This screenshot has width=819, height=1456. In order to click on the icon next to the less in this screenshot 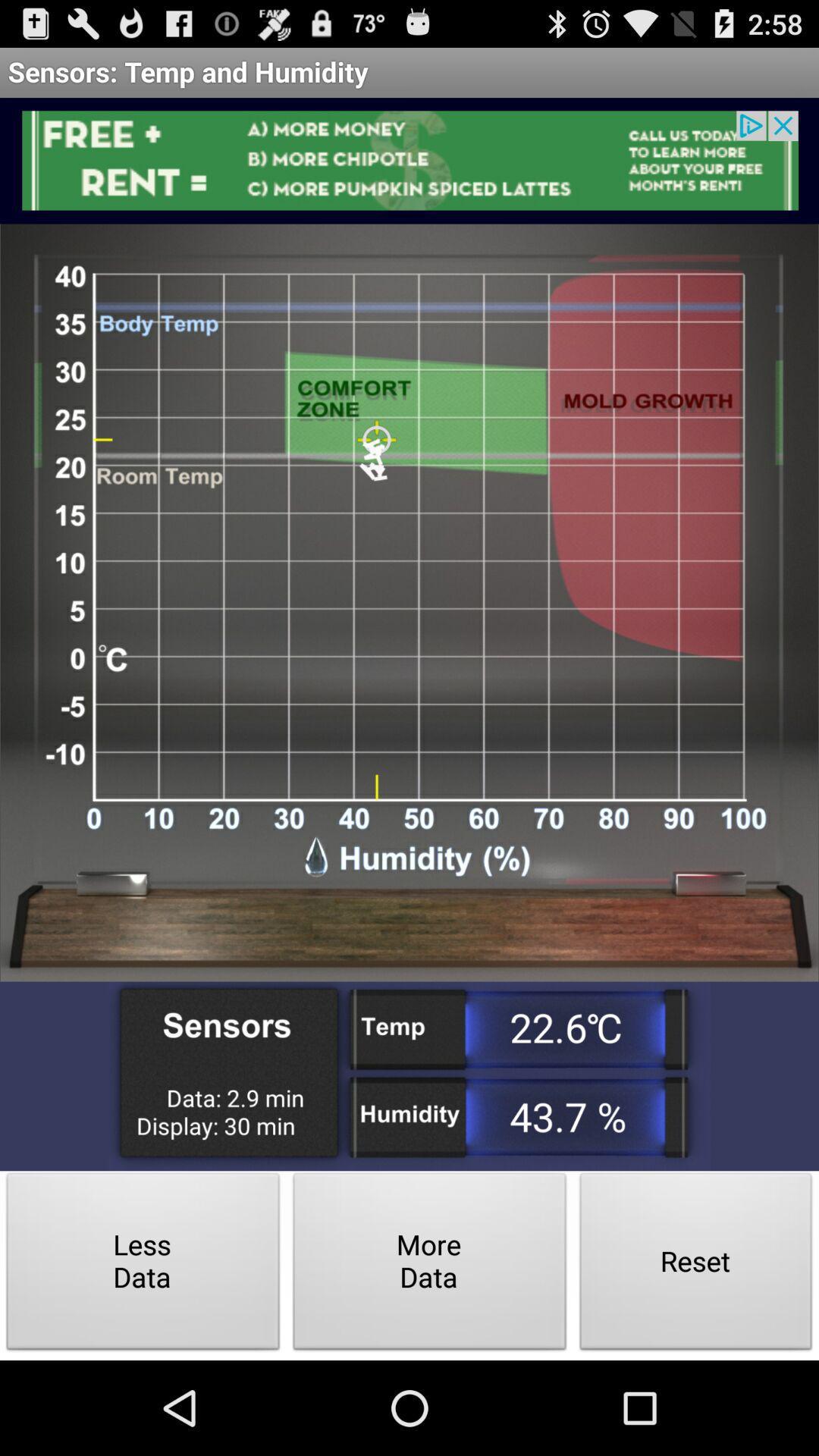, I will do `click(430, 1266)`.